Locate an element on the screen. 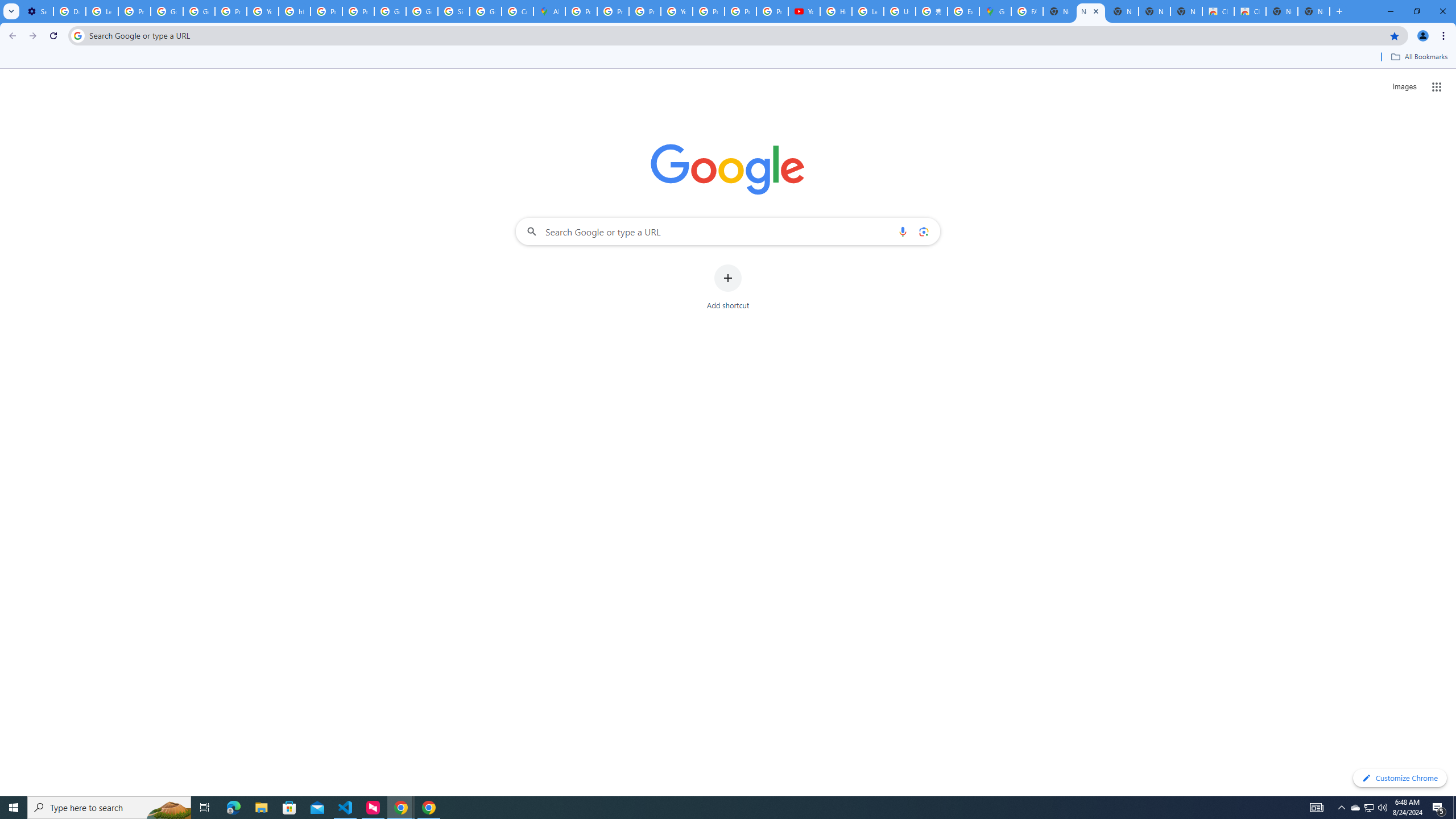 This screenshot has width=1456, height=819. 'YouTube' is located at coordinates (262, 11).